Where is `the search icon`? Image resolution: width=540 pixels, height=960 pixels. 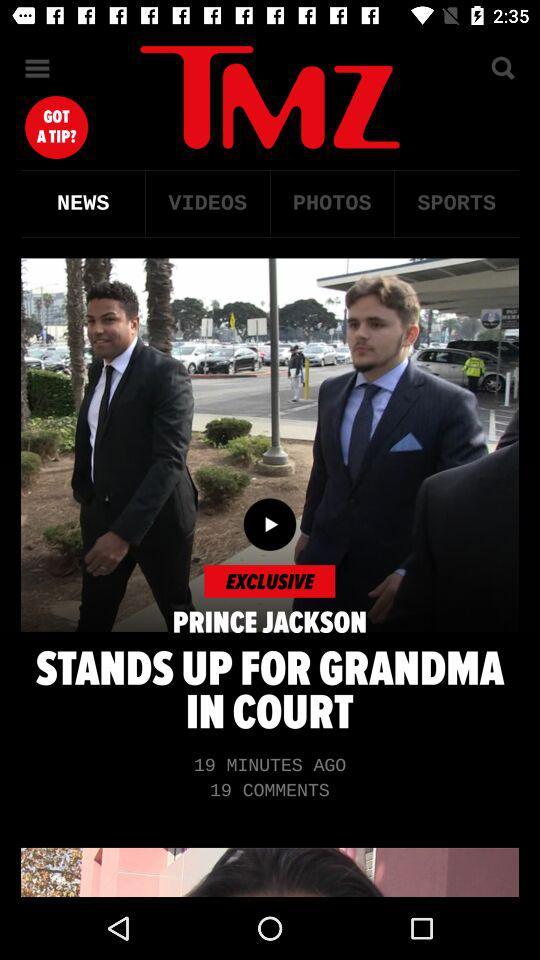
the search icon is located at coordinates (501, 68).